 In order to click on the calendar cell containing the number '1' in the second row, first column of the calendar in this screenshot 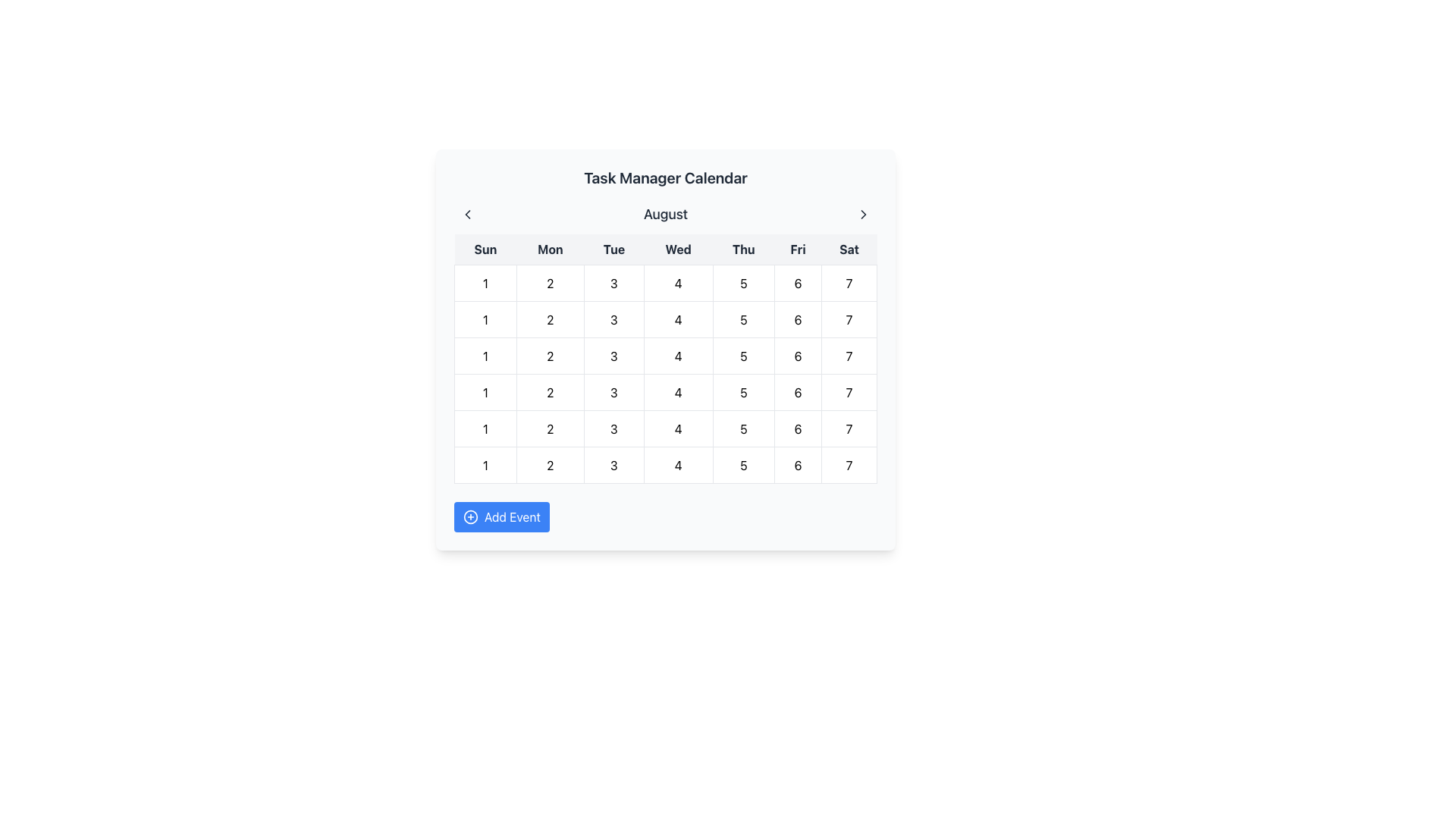, I will do `click(485, 428)`.